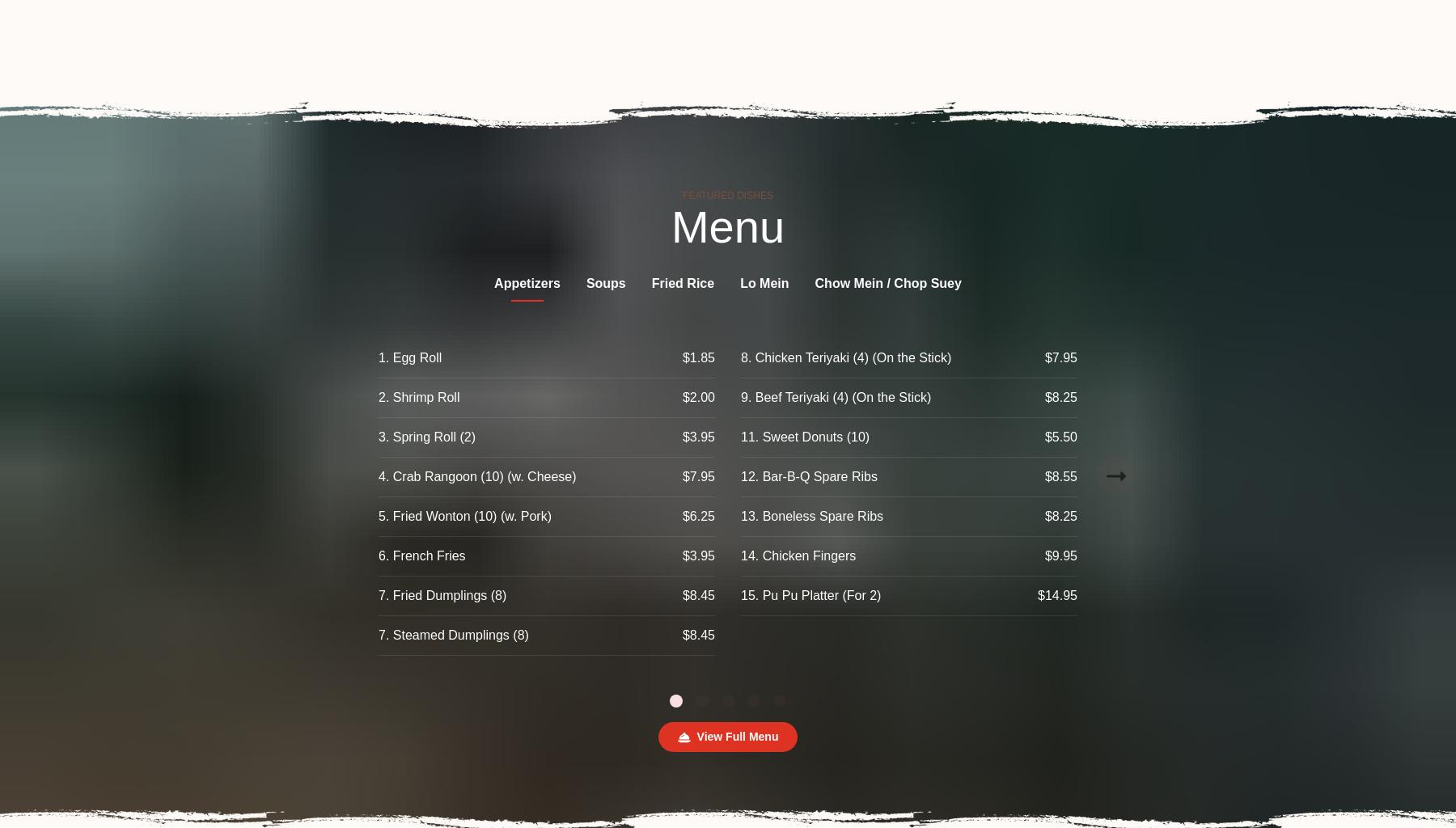 This screenshot has height=828, width=1456. Describe the element at coordinates (1345, 357) in the screenshot. I see `'44. Mixed Vegetables'` at that location.